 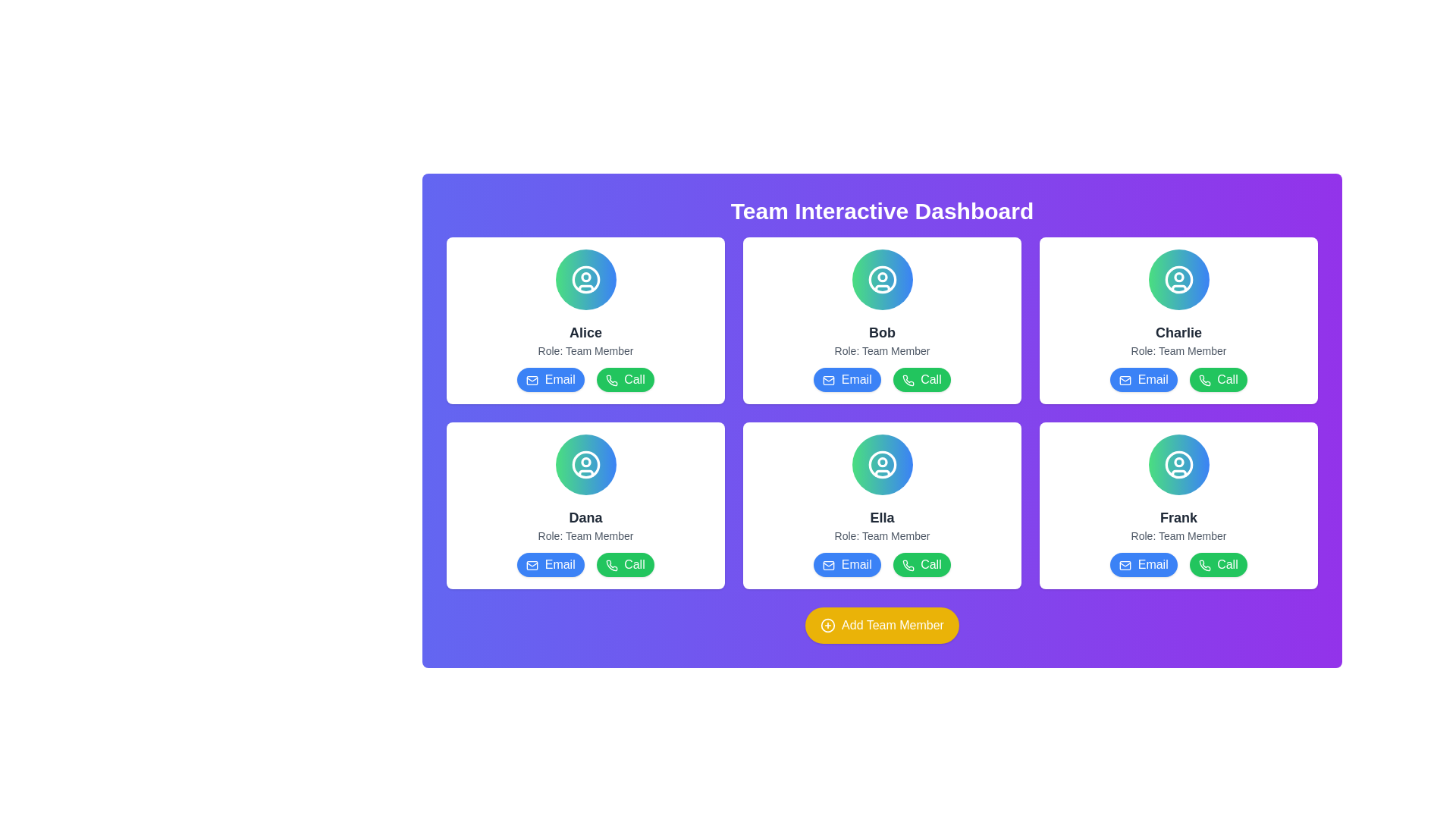 I want to click on the email communication button for user 'Frank' located at the bottom-right corner of their profile card, so click(x=1144, y=564).